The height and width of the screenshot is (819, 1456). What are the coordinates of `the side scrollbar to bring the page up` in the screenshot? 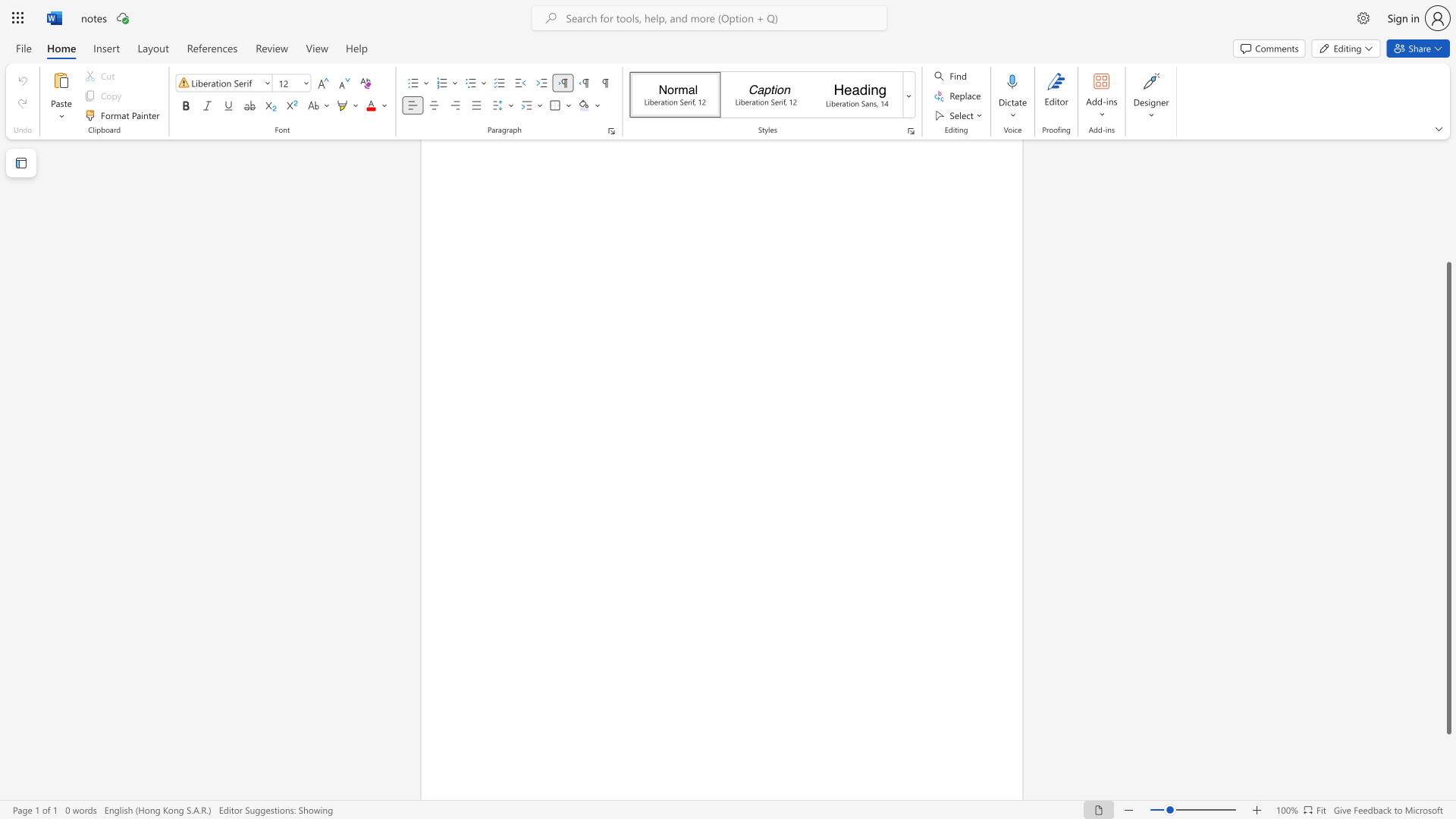 It's located at (1448, 166).